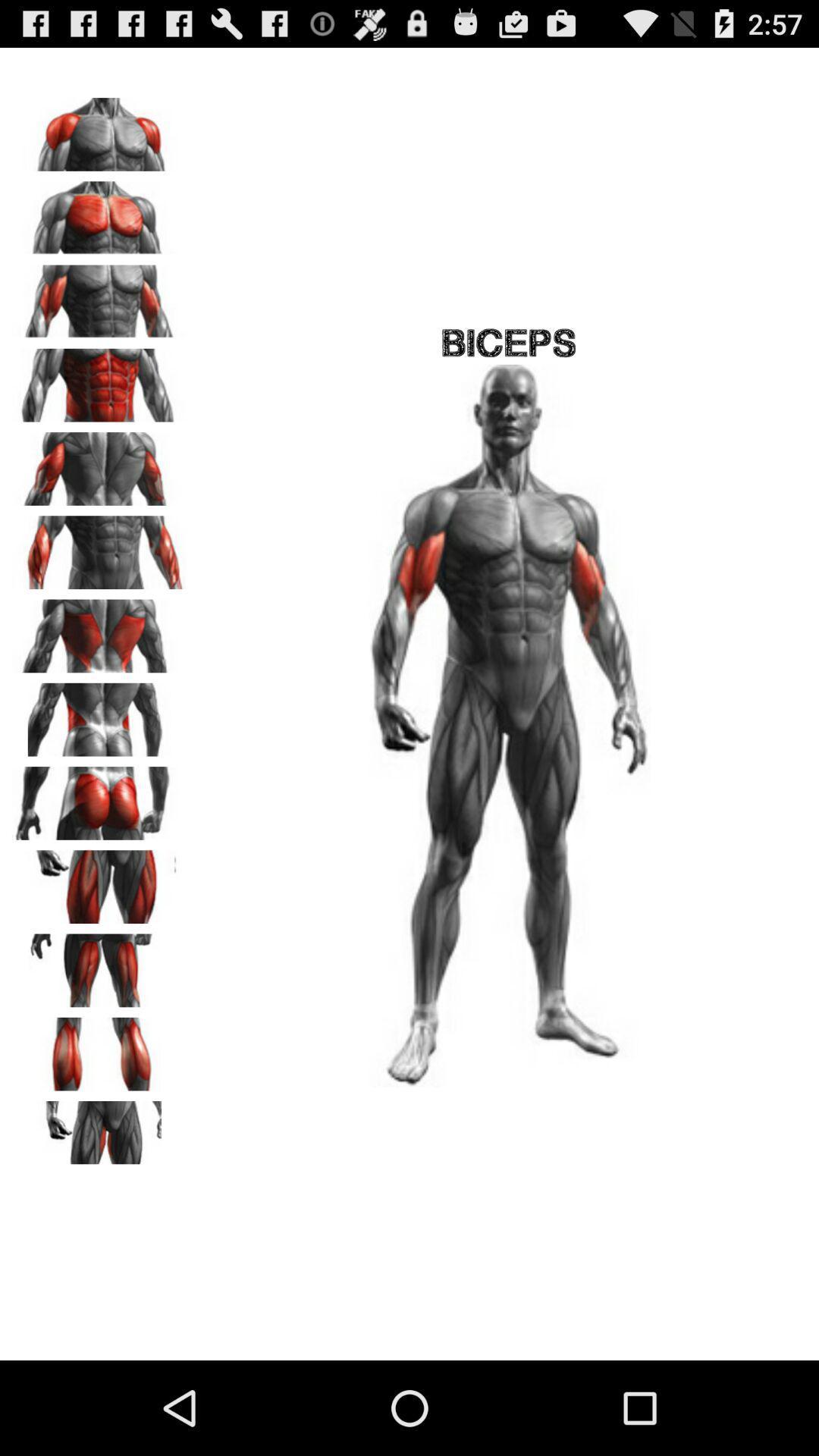 The height and width of the screenshot is (1456, 819). Describe the element at coordinates (99, 227) in the screenshot. I see `the group icon` at that location.